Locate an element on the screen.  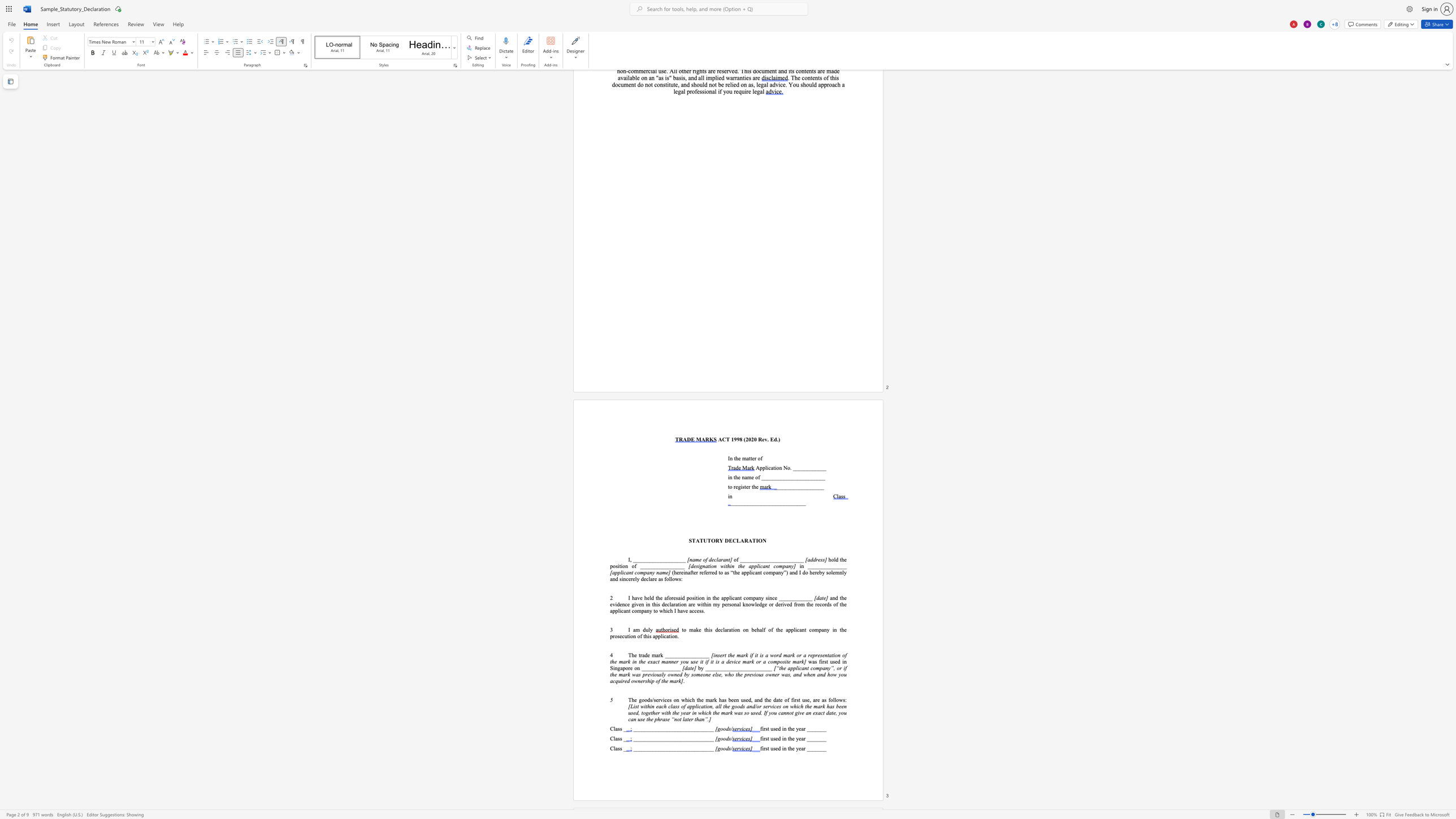
the space between the continuous character "t" and "h" in the text is located at coordinates (753, 486).